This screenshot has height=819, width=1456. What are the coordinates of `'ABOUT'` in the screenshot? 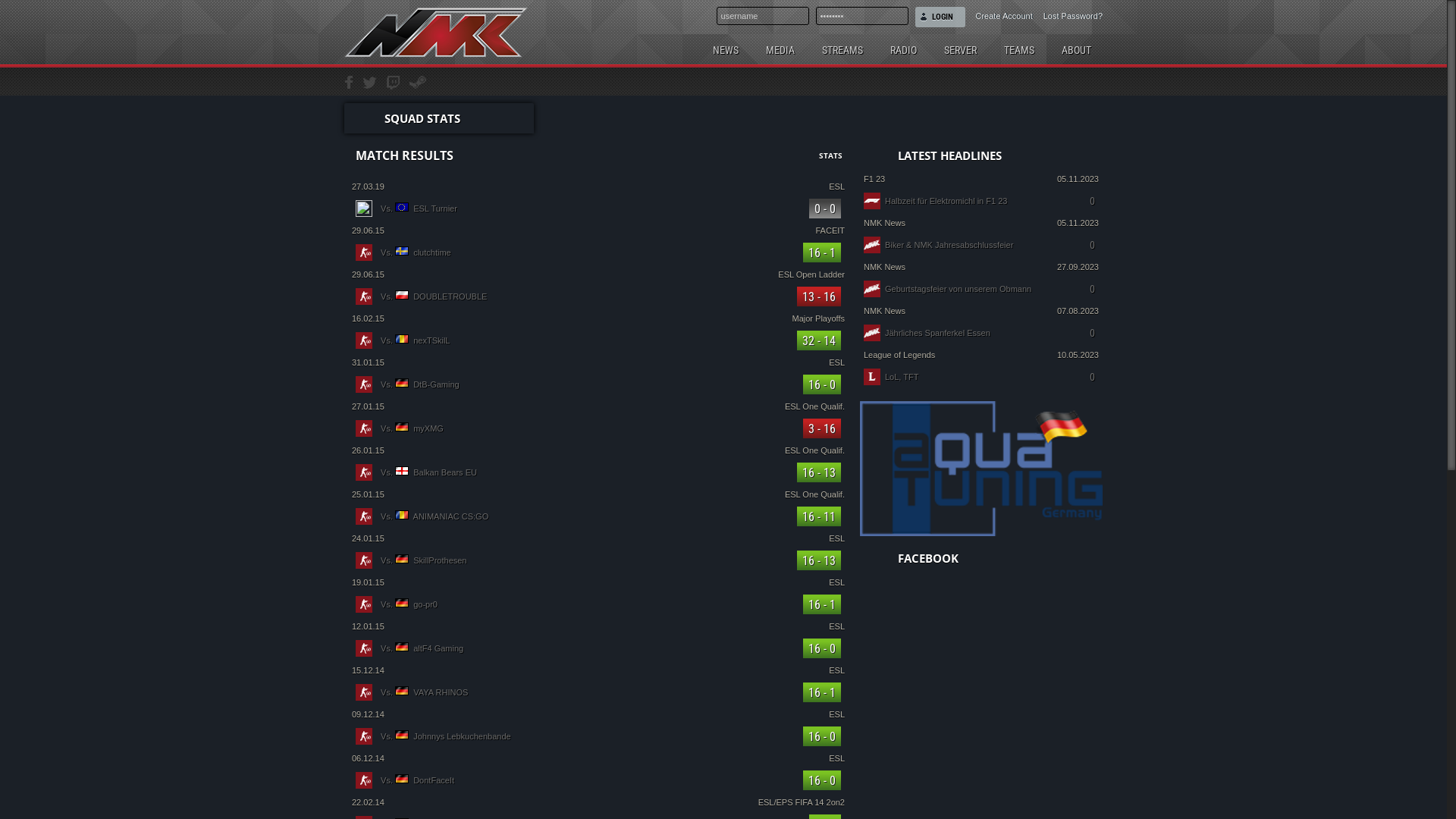 It's located at (1050, 49).